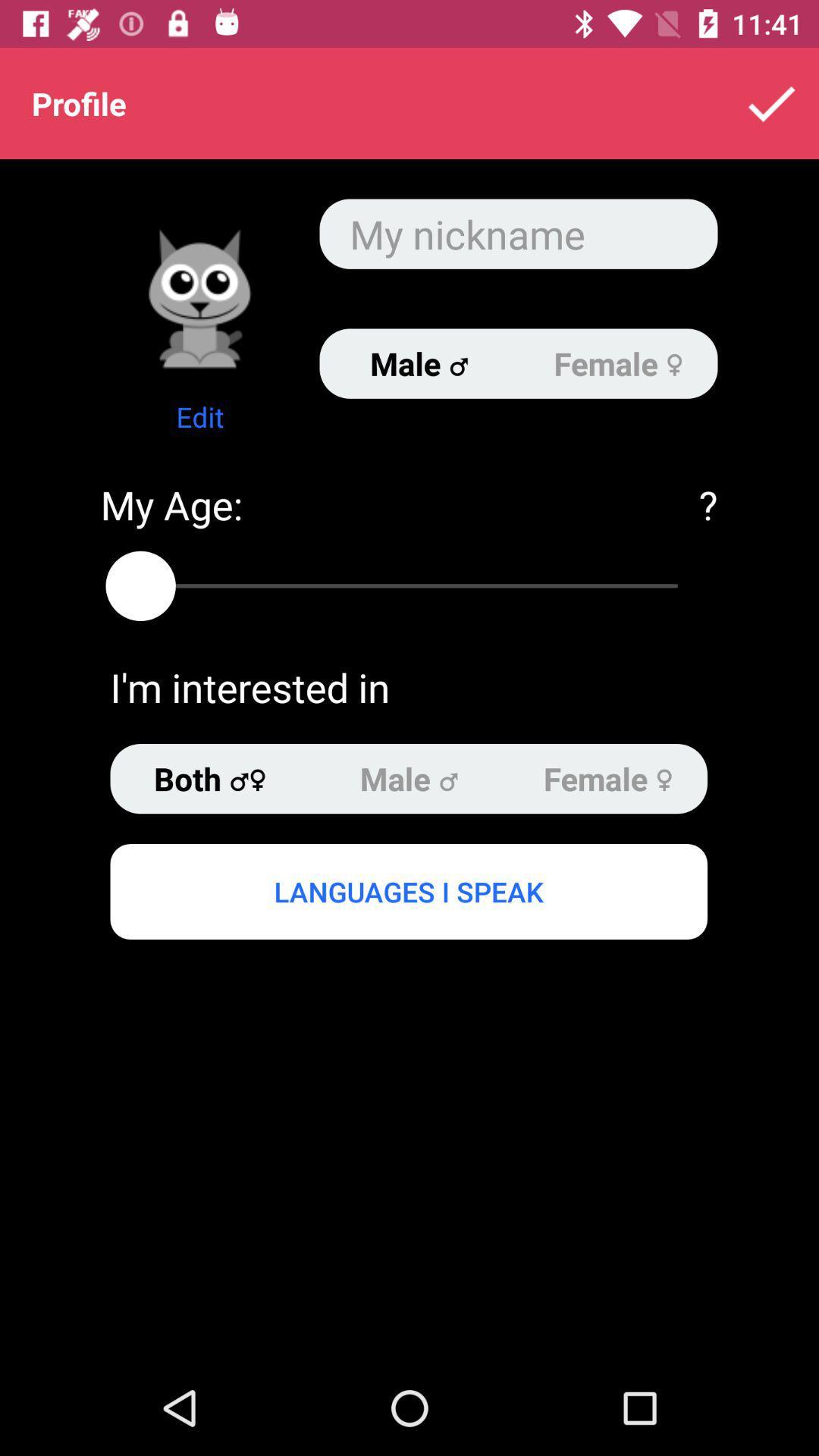 The height and width of the screenshot is (1456, 819). I want to click on edit your picture, so click(199, 298).